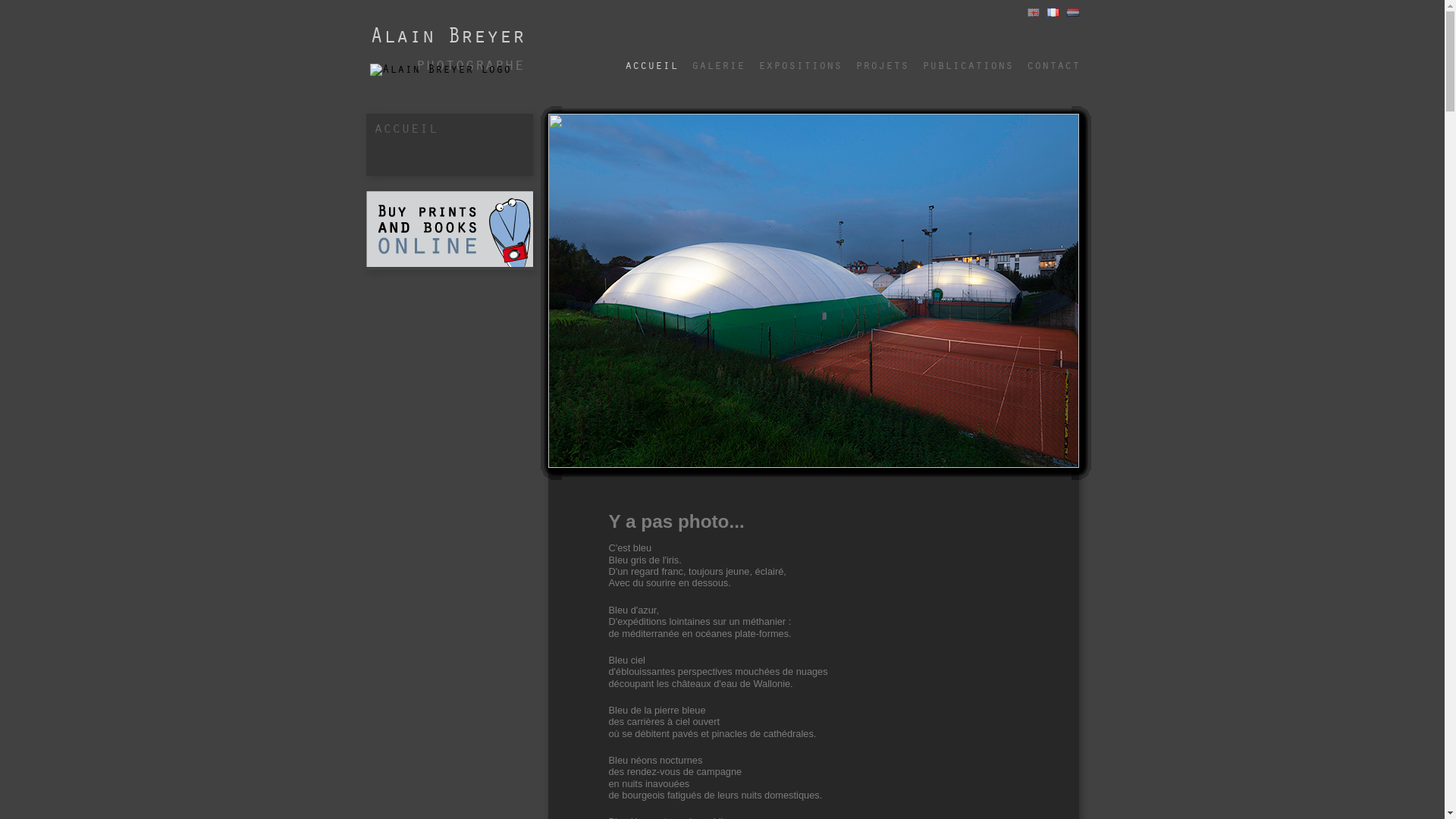  What do you see at coordinates (1052, 58) in the screenshot?
I see `'contact'` at bounding box center [1052, 58].